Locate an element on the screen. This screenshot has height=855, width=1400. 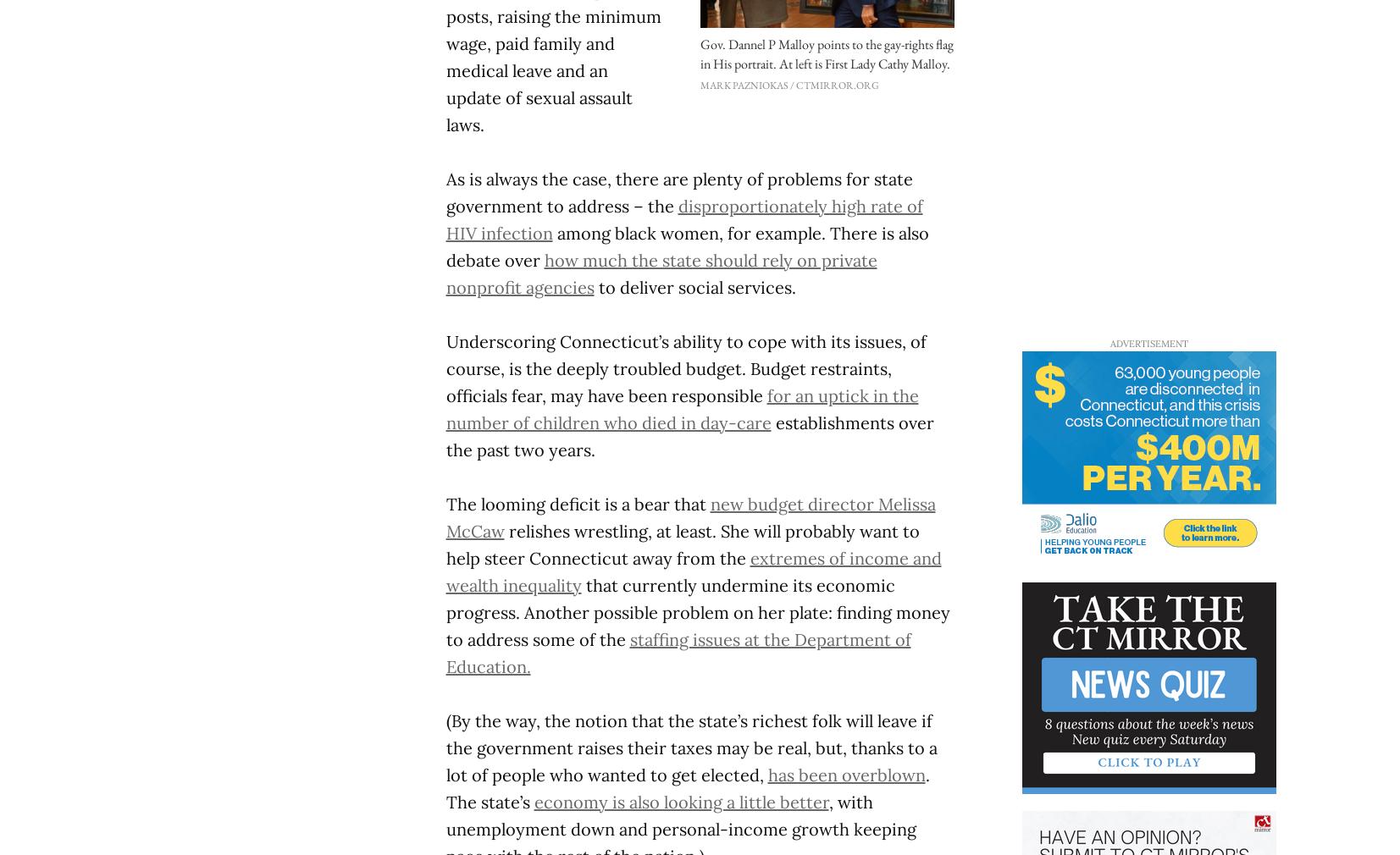
'has been overblown' is located at coordinates (767, 774).